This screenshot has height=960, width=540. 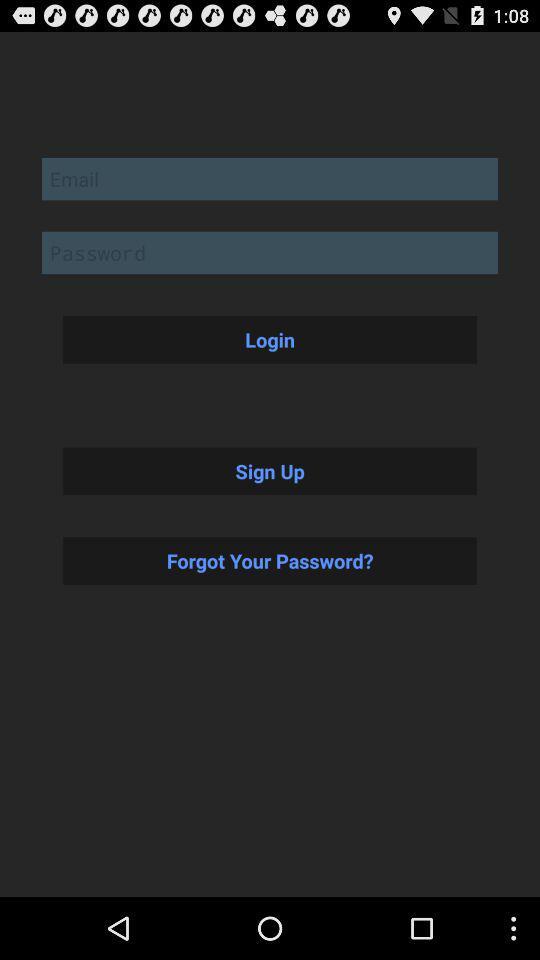 What do you see at coordinates (270, 251) in the screenshot?
I see `password` at bounding box center [270, 251].